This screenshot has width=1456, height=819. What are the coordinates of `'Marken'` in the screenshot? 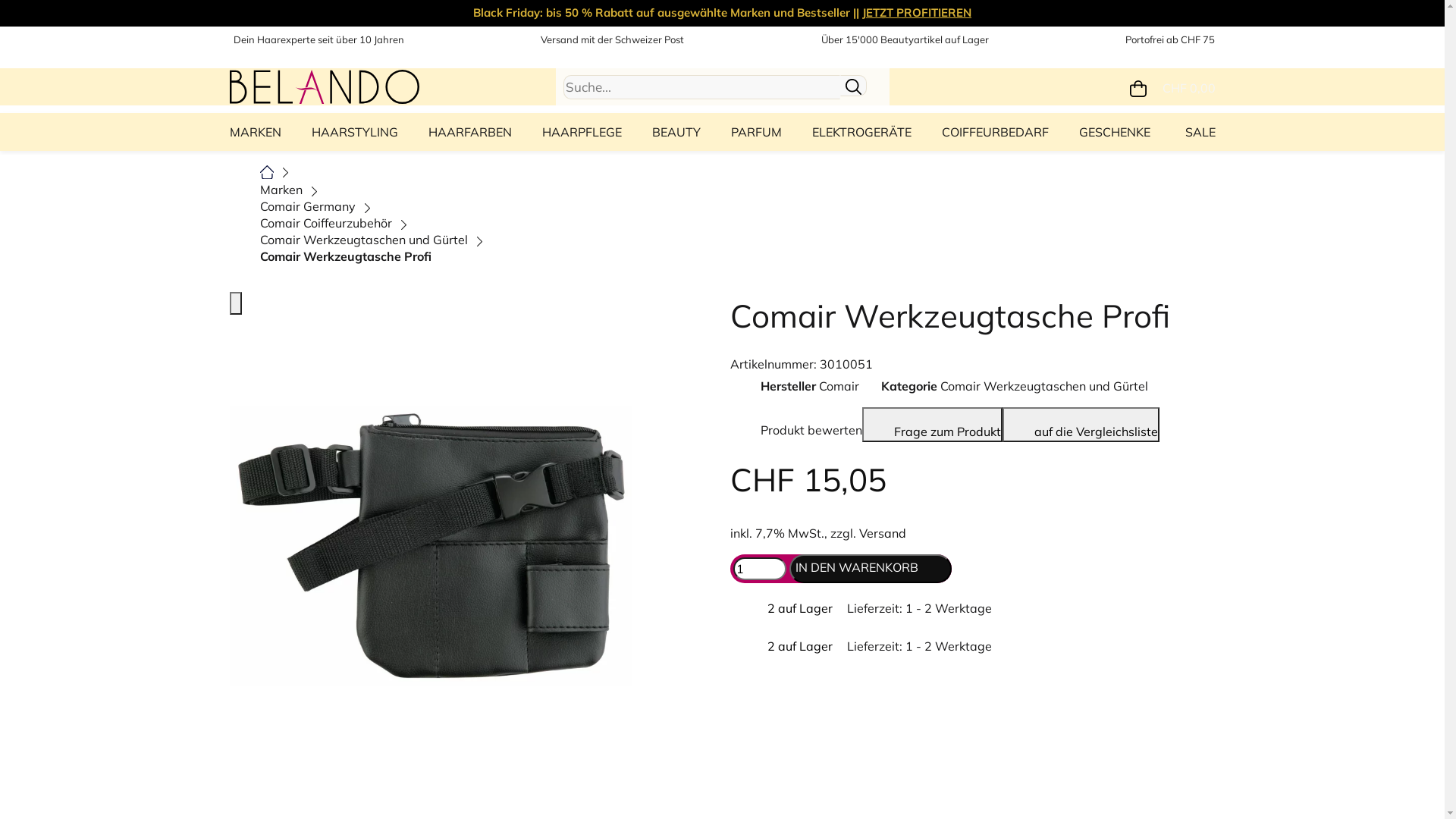 It's located at (280, 189).